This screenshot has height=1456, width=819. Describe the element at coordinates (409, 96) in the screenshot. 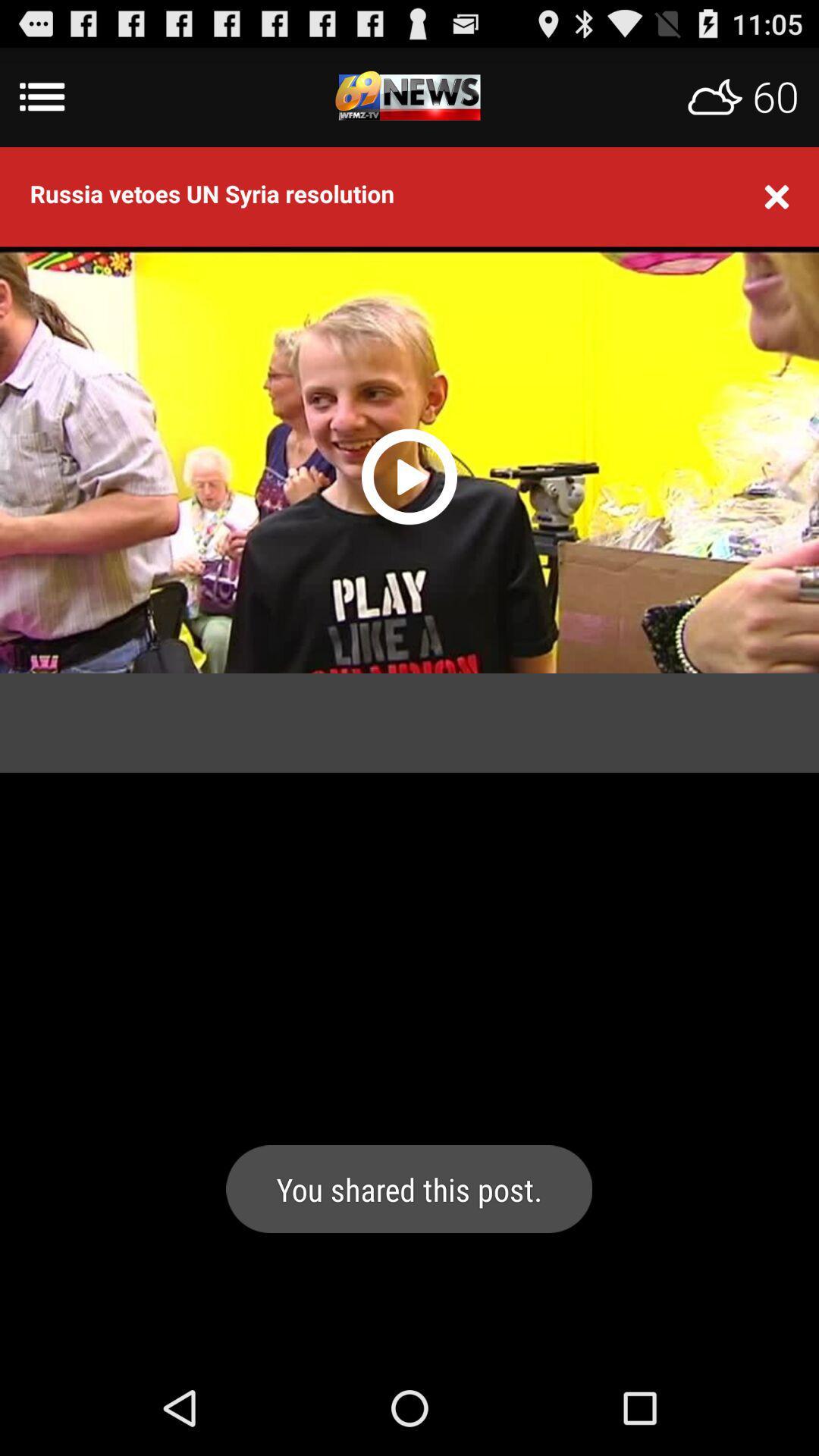

I see `menu app logo weather` at that location.